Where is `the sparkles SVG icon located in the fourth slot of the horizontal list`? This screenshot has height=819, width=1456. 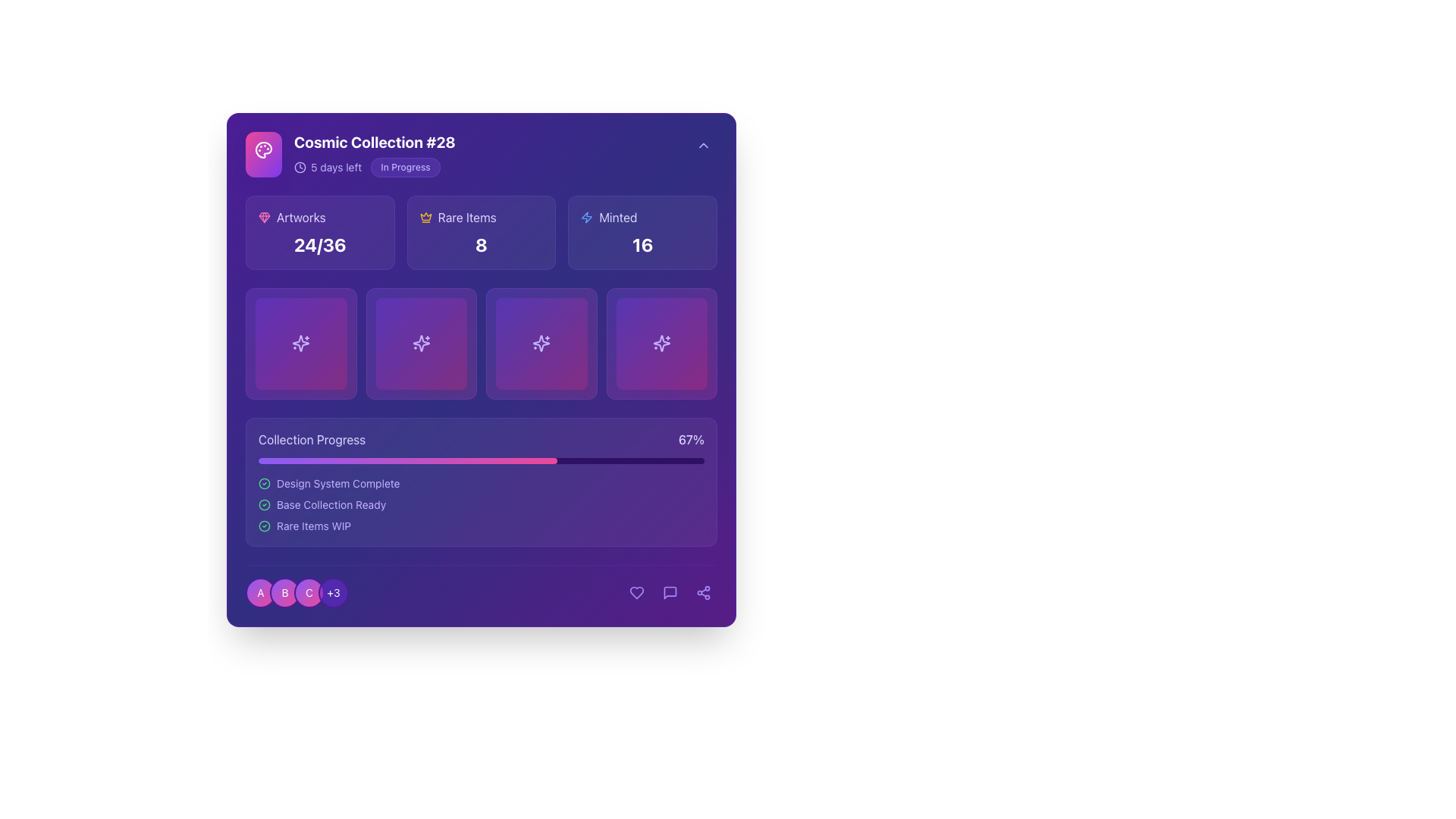
the sparkles SVG icon located in the fourth slot of the horizontal list is located at coordinates (661, 344).